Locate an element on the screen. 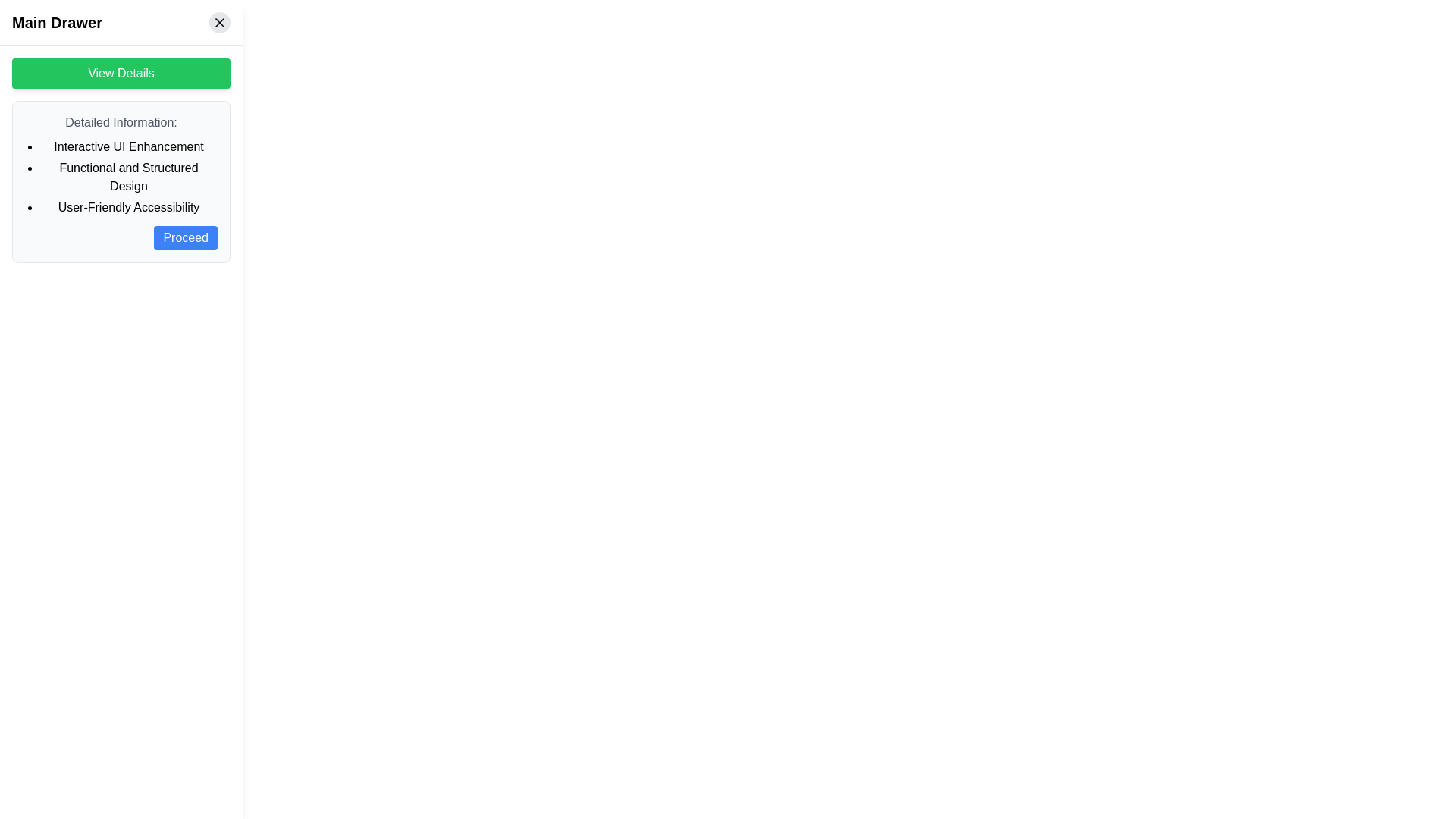  the second item in the unordered list located below the header 'Detailed Information:', which is styled with bullet points and positioned above the blue 'Proceed' button is located at coordinates (120, 177).